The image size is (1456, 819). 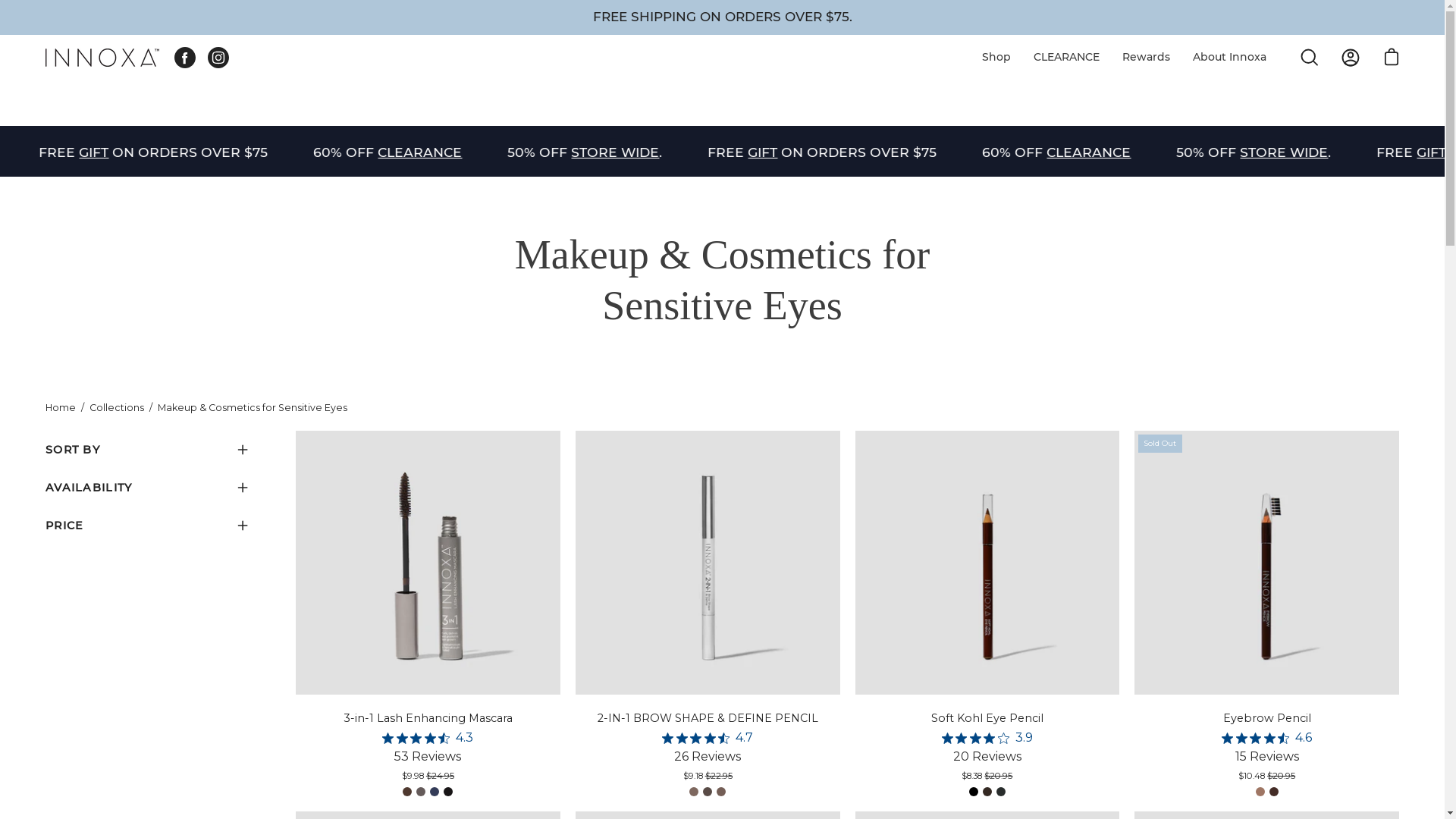 What do you see at coordinates (707, 776) in the screenshot?
I see `'$9.18 $22.95'` at bounding box center [707, 776].